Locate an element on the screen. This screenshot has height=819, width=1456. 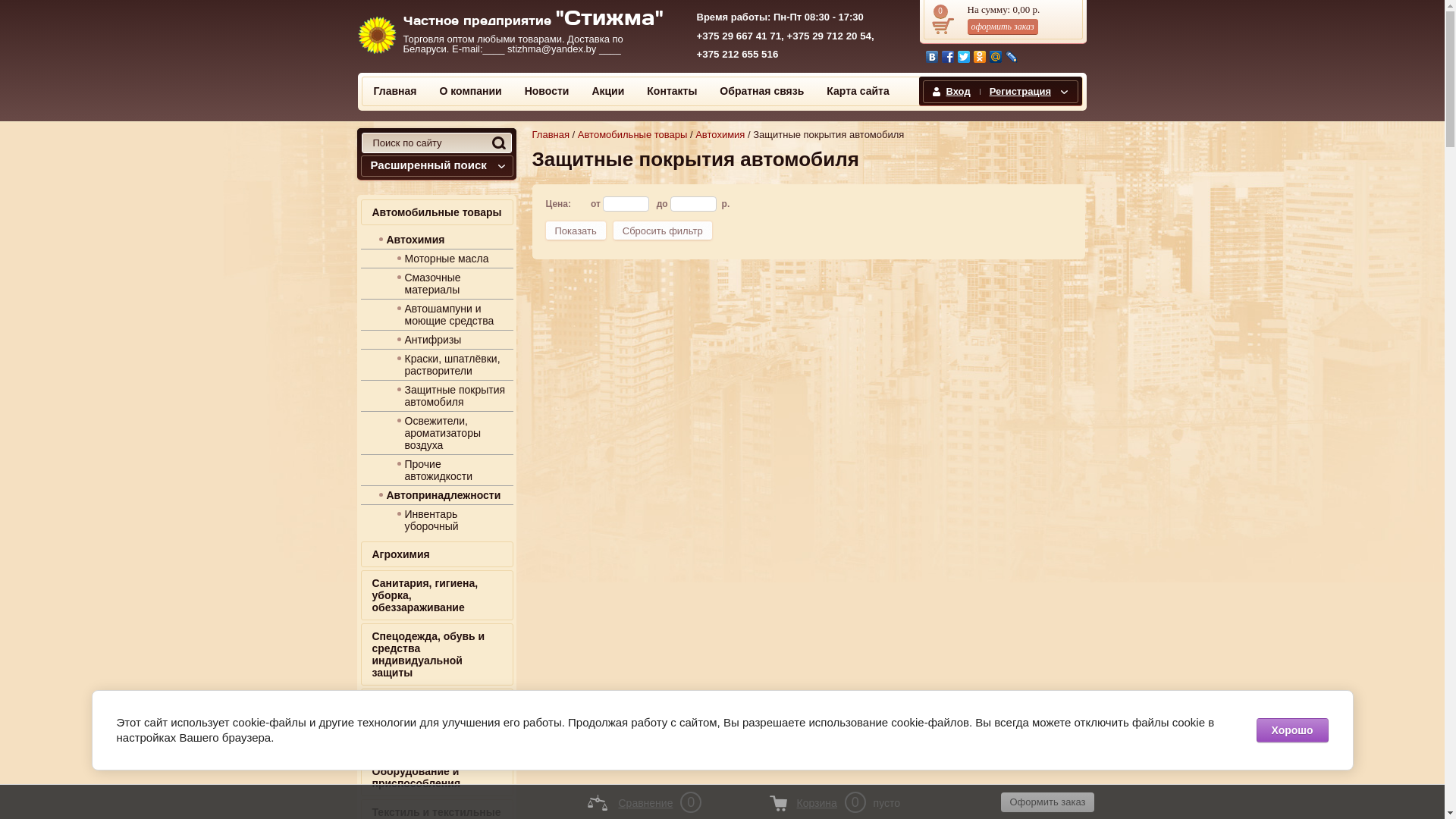
'Facebook' is located at coordinates (947, 55).